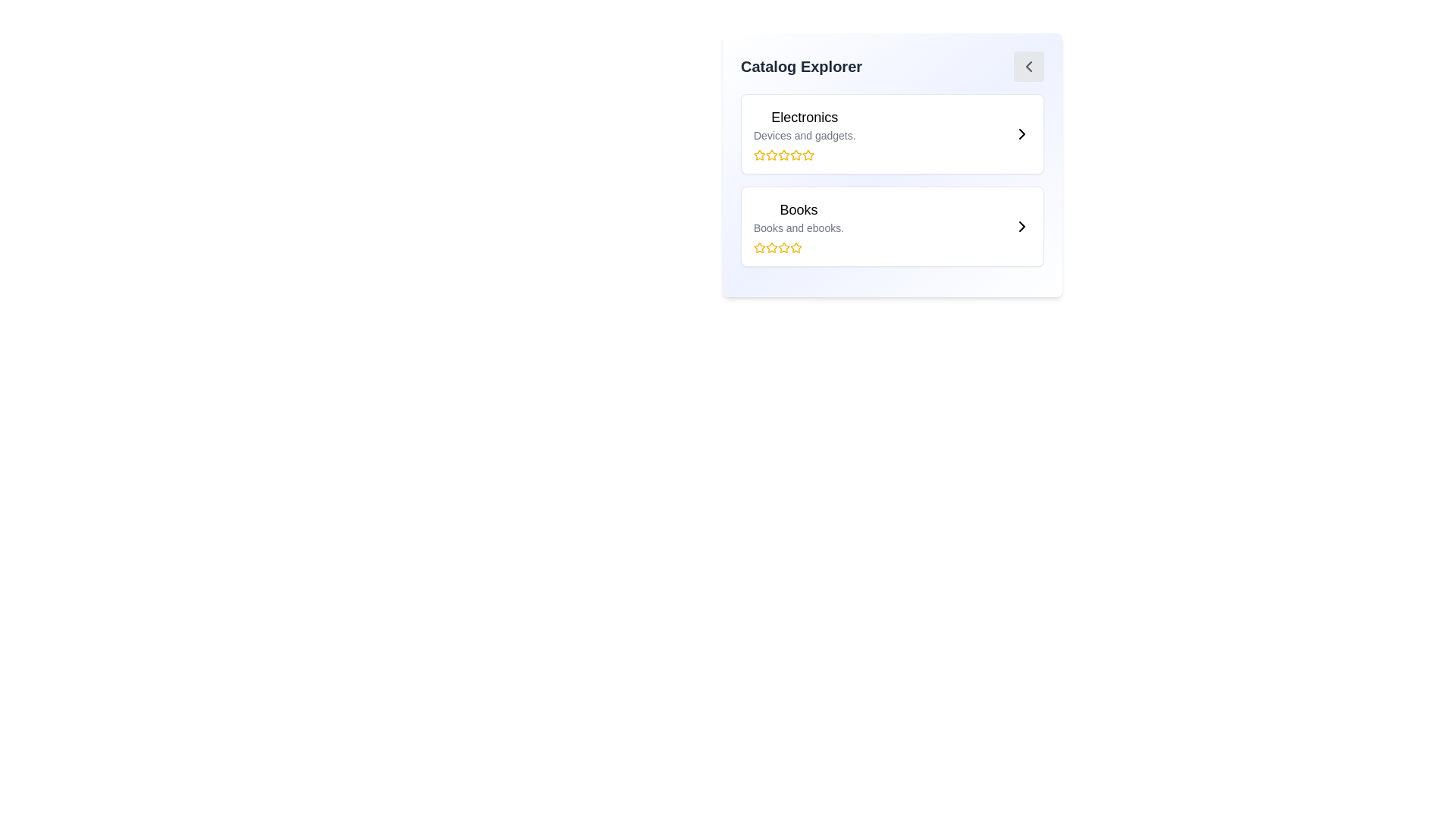 The width and height of the screenshot is (1456, 819). Describe the element at coordinates (798, 247) in the screenshot. I see `the Rating selector (star-based) located in the 'Books' section, beneath the text 'Books and ebooks.'` at that location.